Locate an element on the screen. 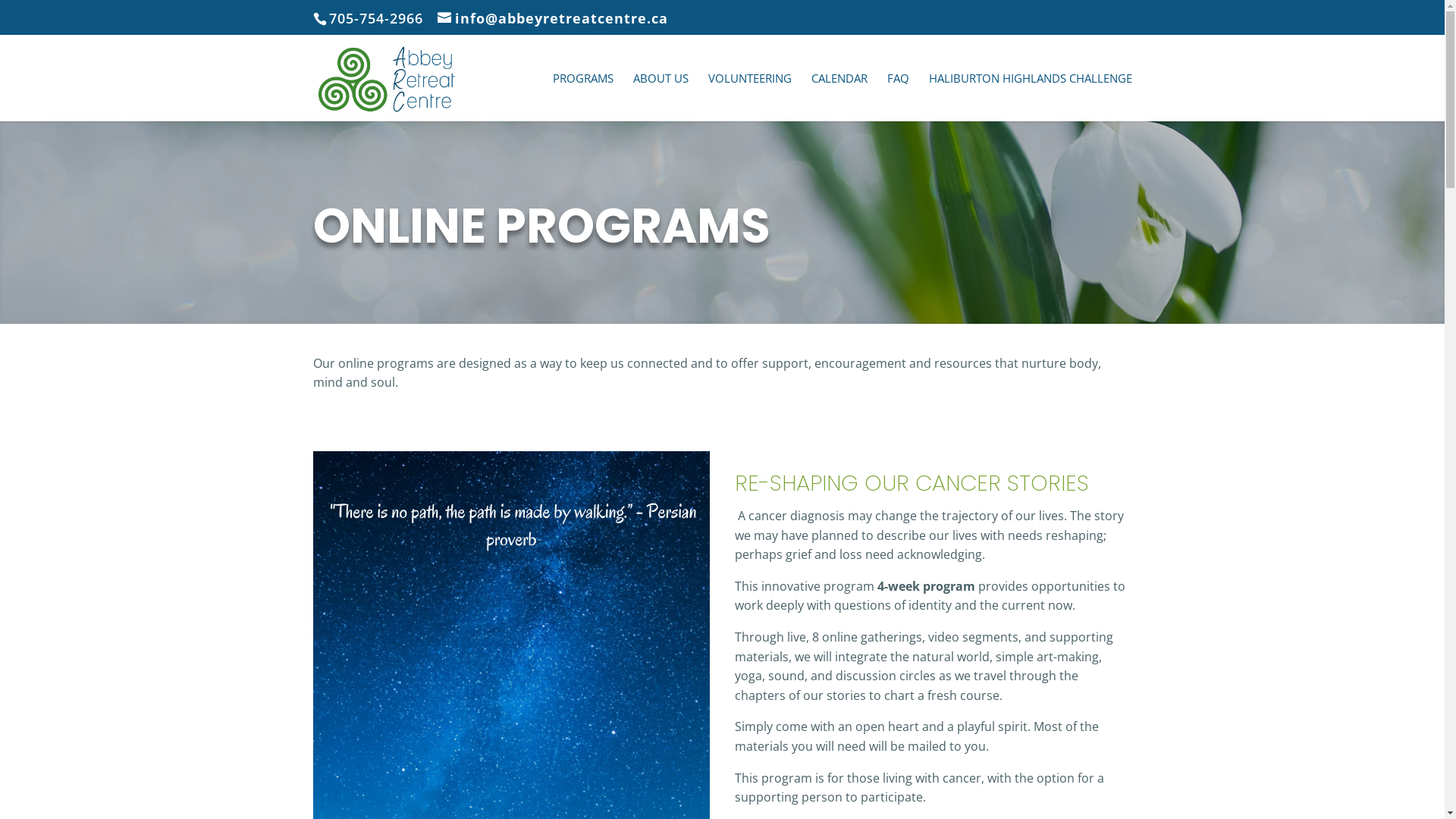  'PROGRAMS' is located at coordinates (582, 96).